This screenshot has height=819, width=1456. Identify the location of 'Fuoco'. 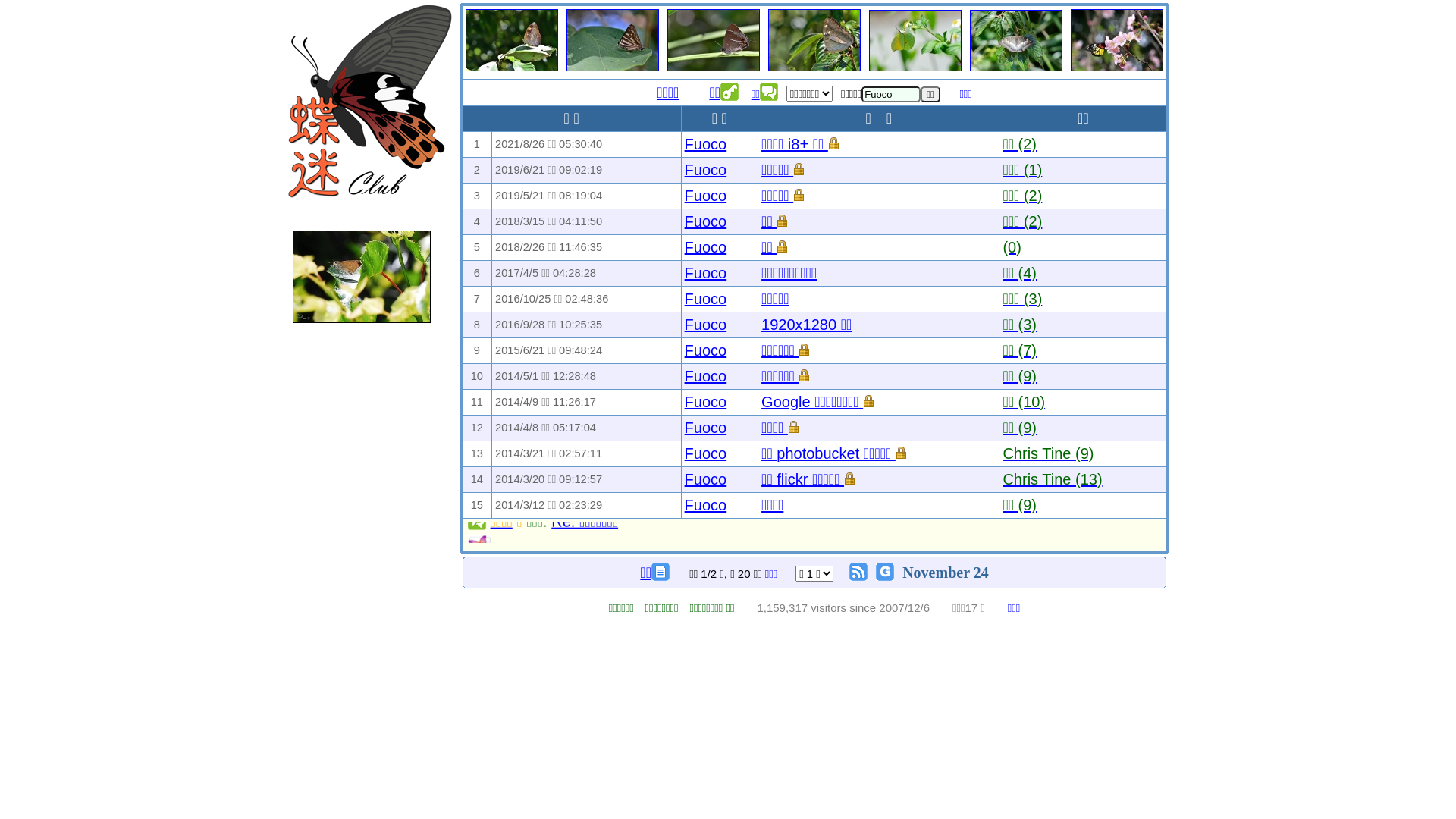
(705, 427).